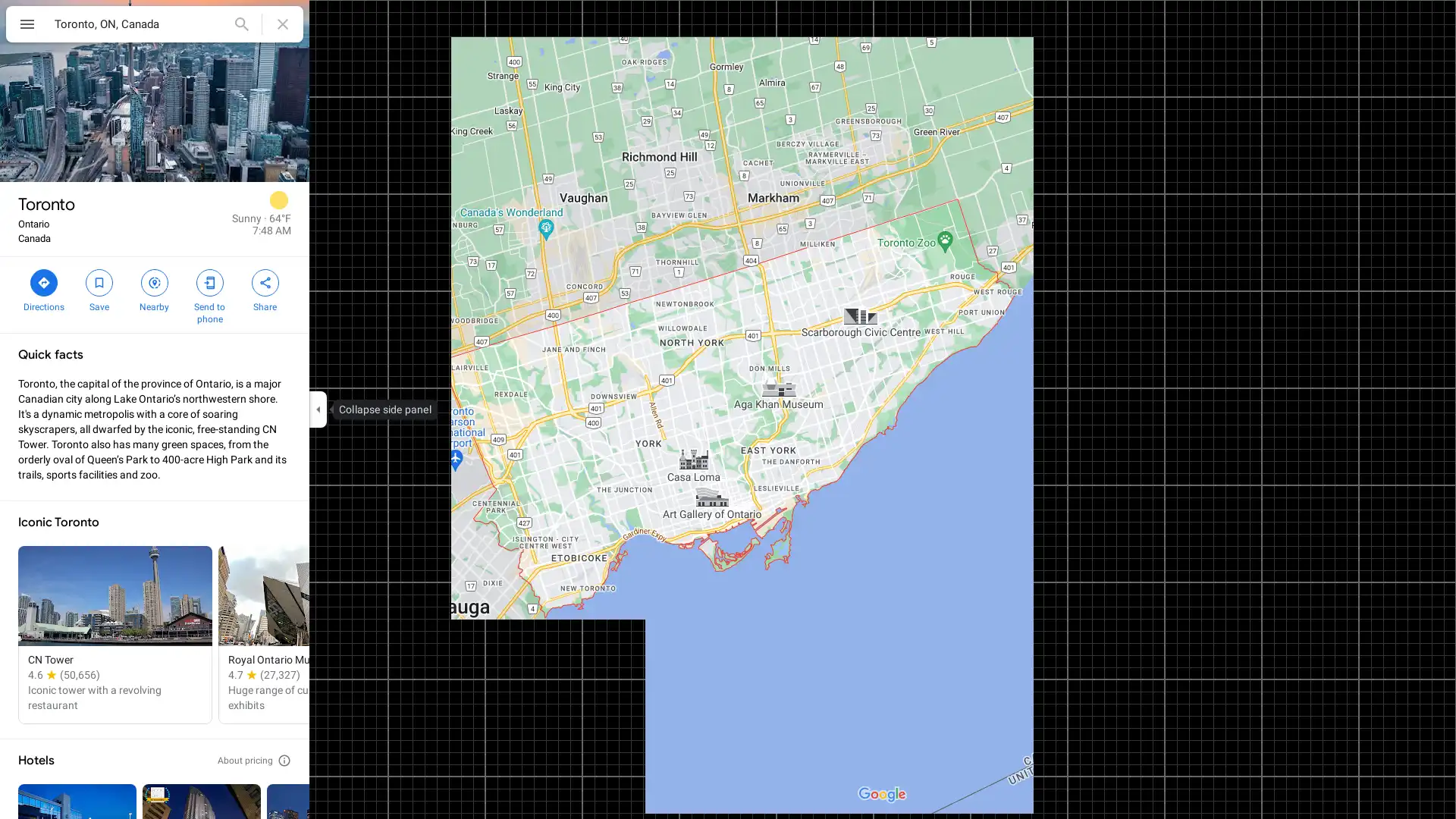  What do you see at coordinates (317, 409) in the screenshot?
I see `Collapse side panel` at bounding box center [317, 409].